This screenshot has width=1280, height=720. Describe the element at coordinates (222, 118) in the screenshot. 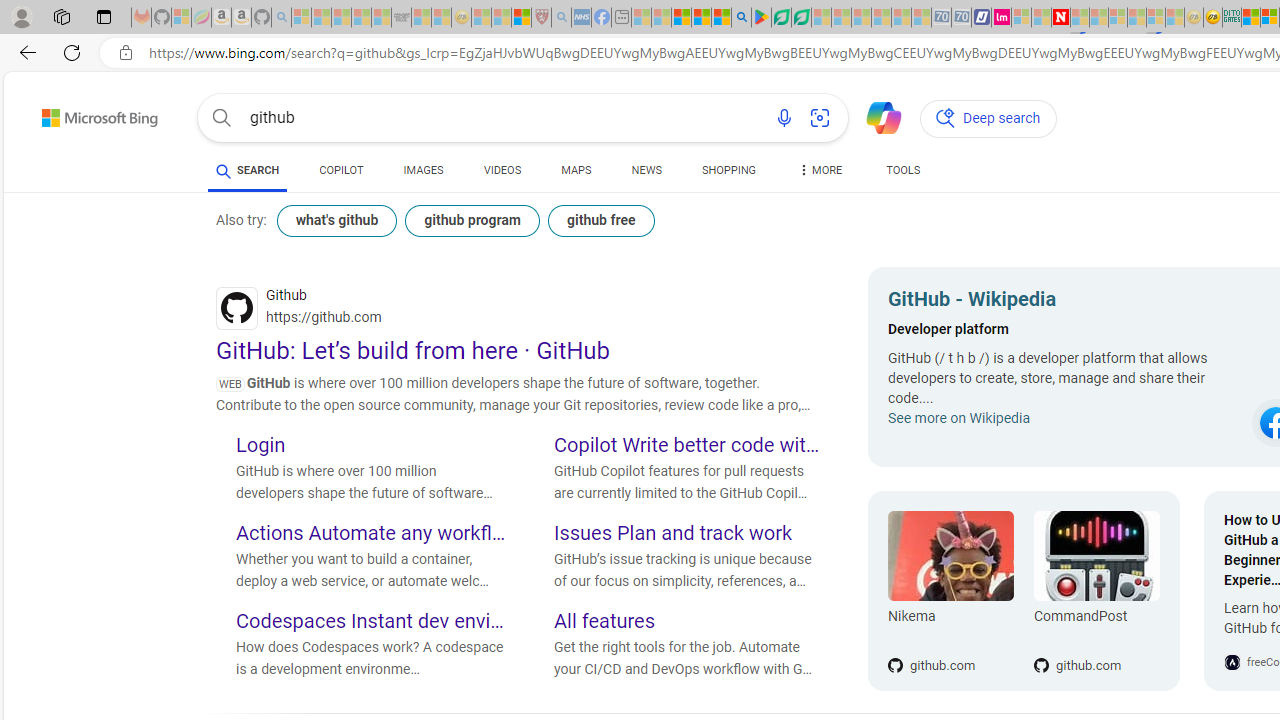

I see `'Search button'` at that location.